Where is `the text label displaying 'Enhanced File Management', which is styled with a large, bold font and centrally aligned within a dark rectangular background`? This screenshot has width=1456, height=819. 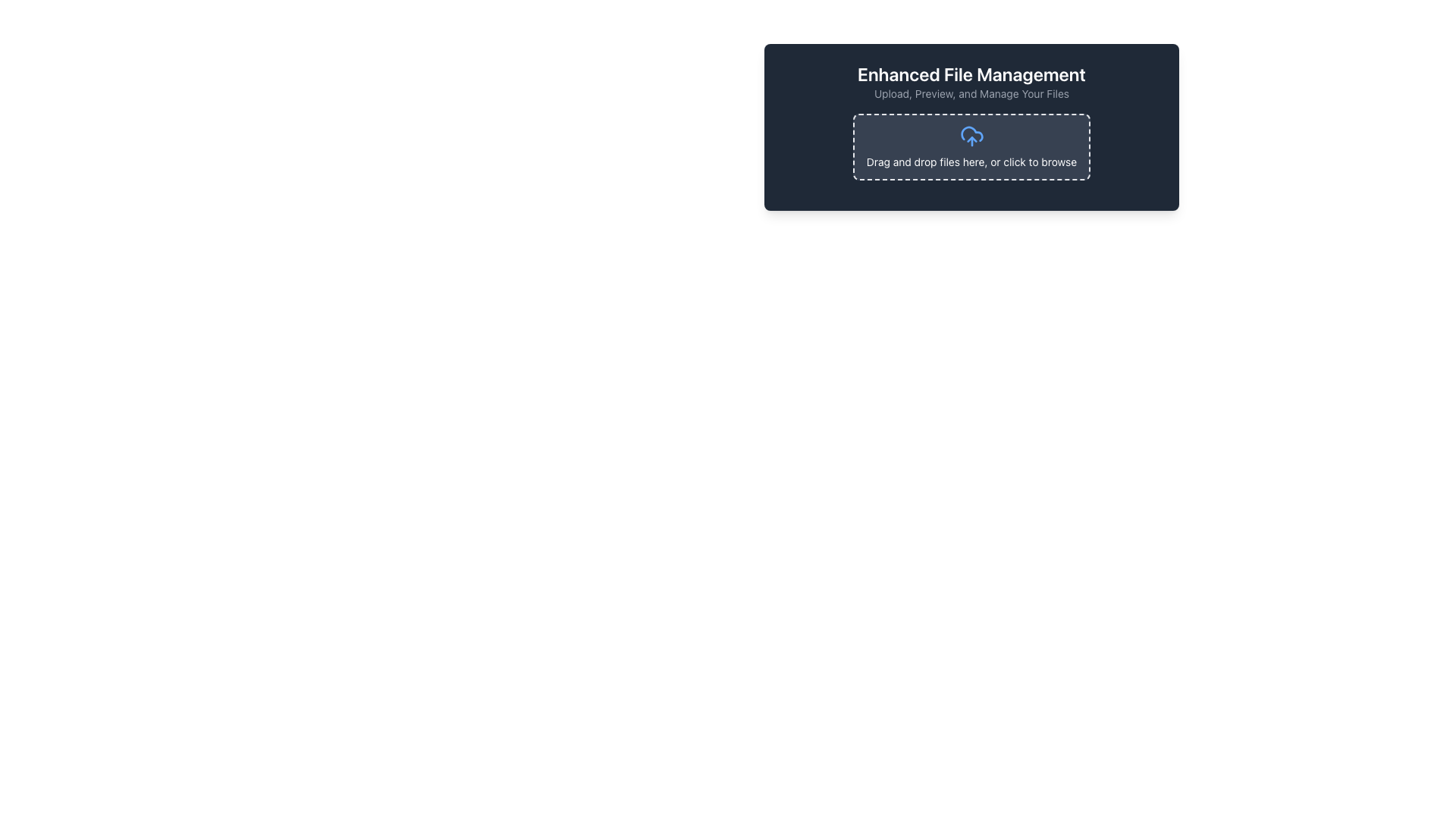 the text label displaying 'Enhanced File Management', which is styled with a large, bold font and centrally aligned within a dark rectangular background is located at coordinates (971, 74).